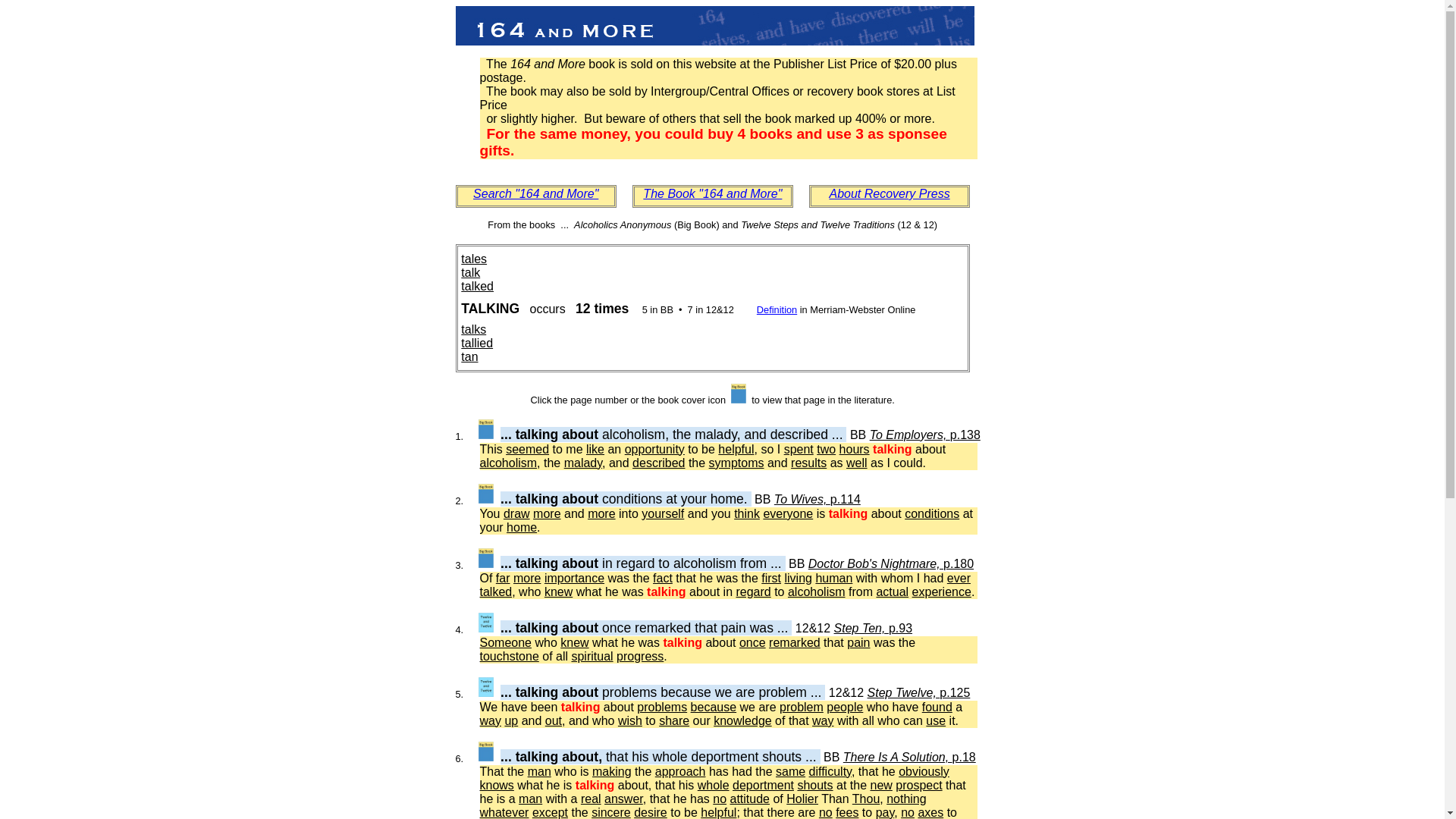  I want to click on 'symptoms', so click(736, 462).